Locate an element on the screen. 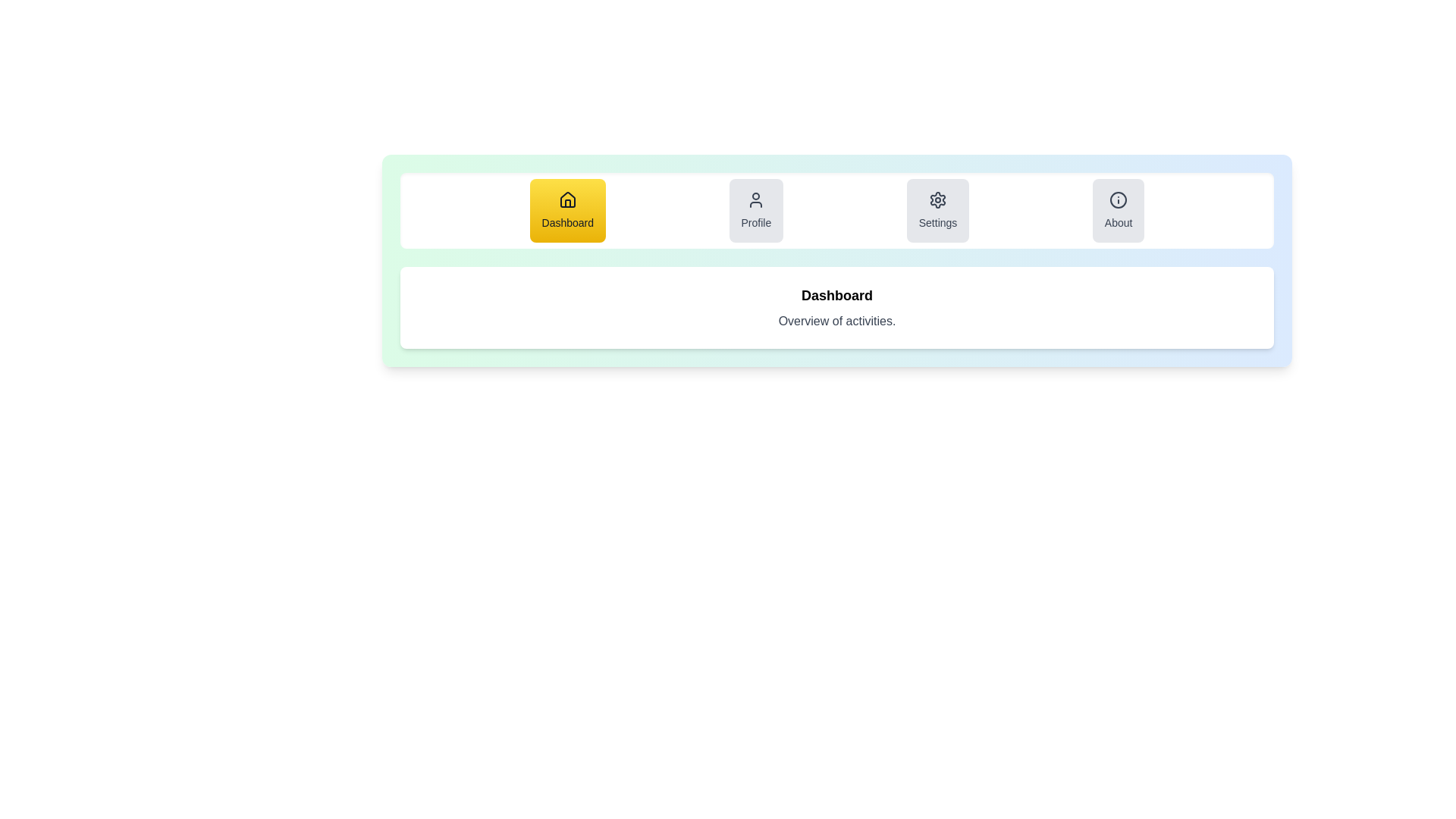 The height and width of the screenshot is (819, 1456). the tab button corresponding to Profile is located at coordinates (756, 210).